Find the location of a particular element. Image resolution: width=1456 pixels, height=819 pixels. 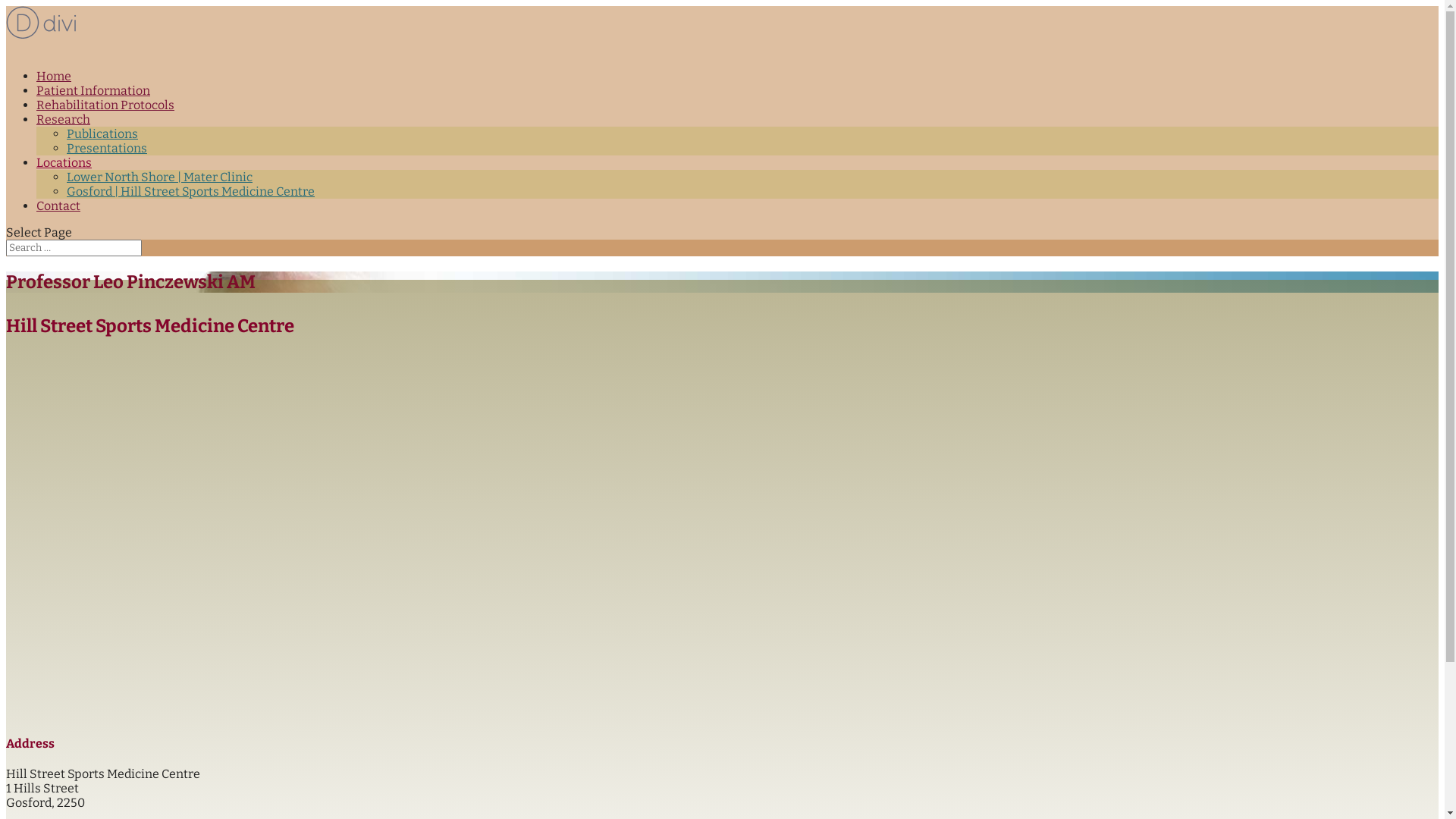

'Presentations' is located at coordinates (65, 148).